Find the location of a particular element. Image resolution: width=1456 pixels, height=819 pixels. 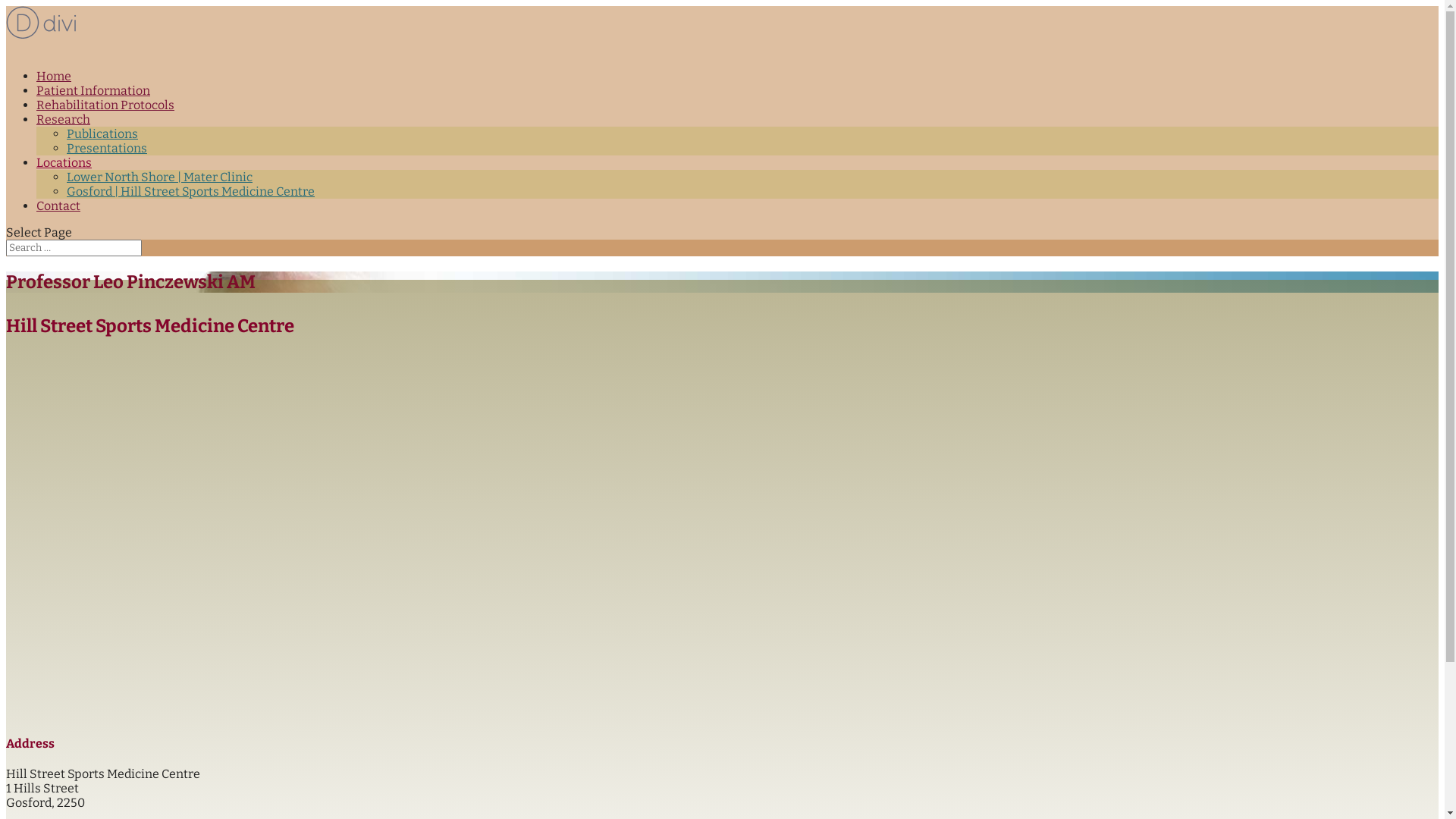

'Presentations' is located at coordinates (65, 148).